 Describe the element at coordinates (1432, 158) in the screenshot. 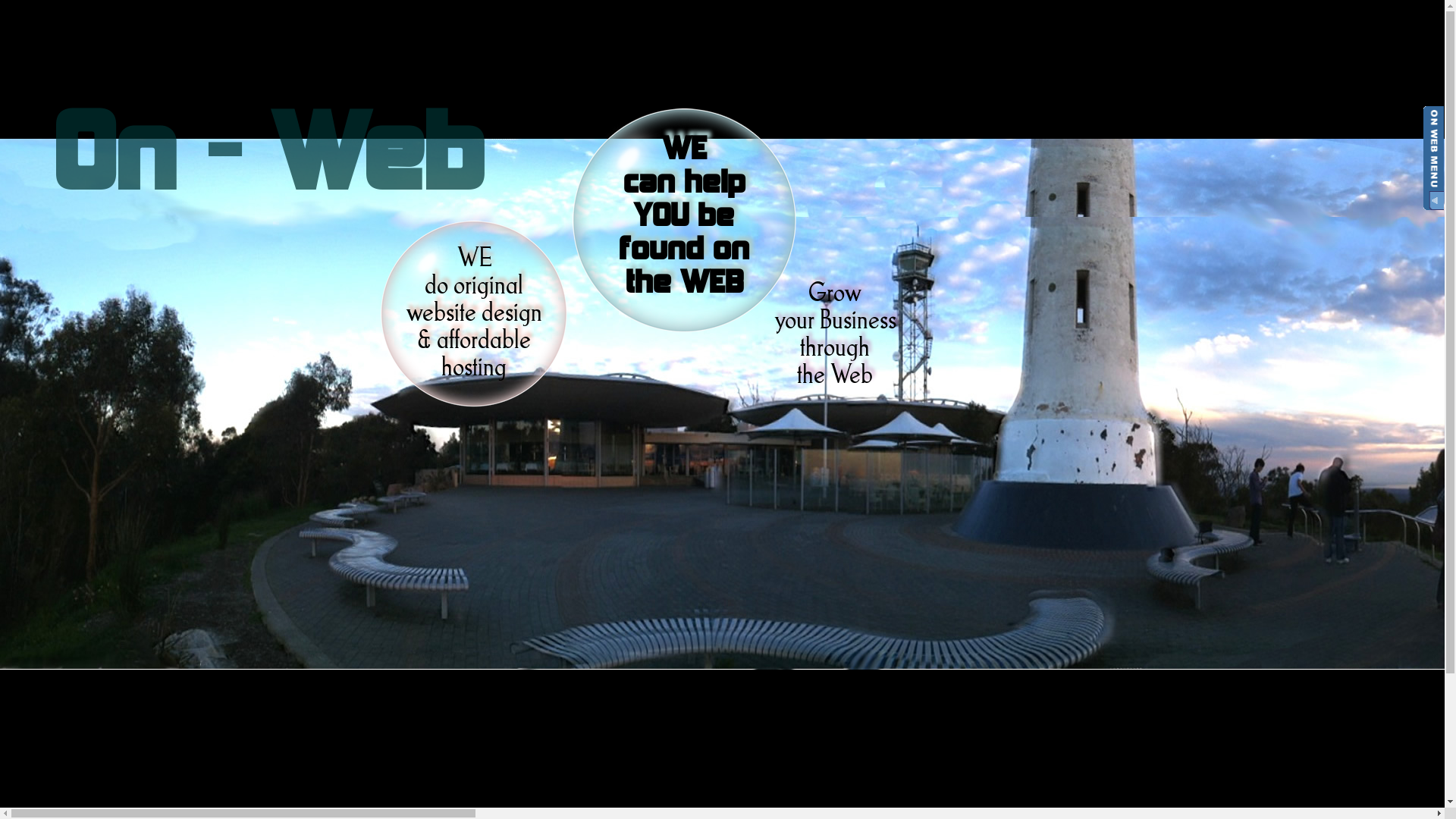

I see `'sideBar'` at that location.